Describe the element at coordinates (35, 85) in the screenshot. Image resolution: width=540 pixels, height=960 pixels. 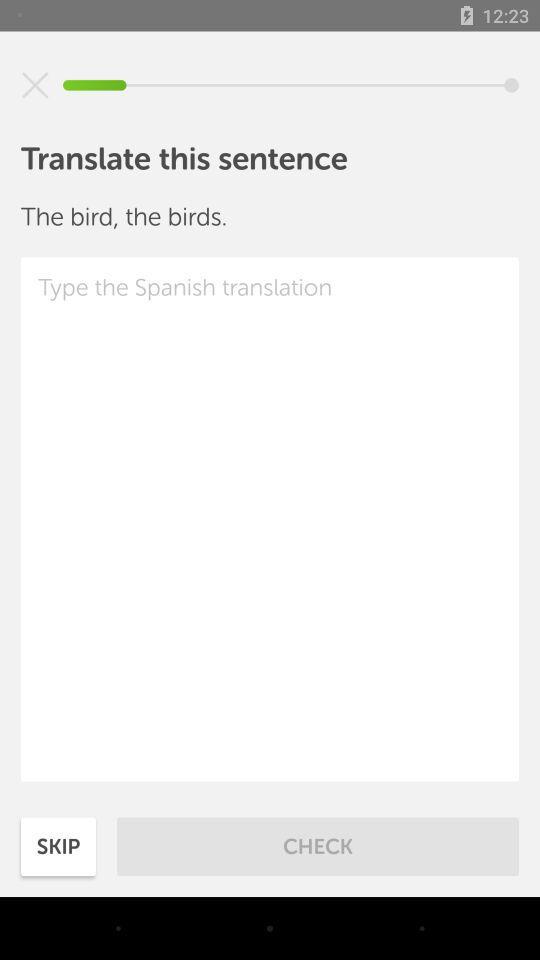
I see `close` at that location.